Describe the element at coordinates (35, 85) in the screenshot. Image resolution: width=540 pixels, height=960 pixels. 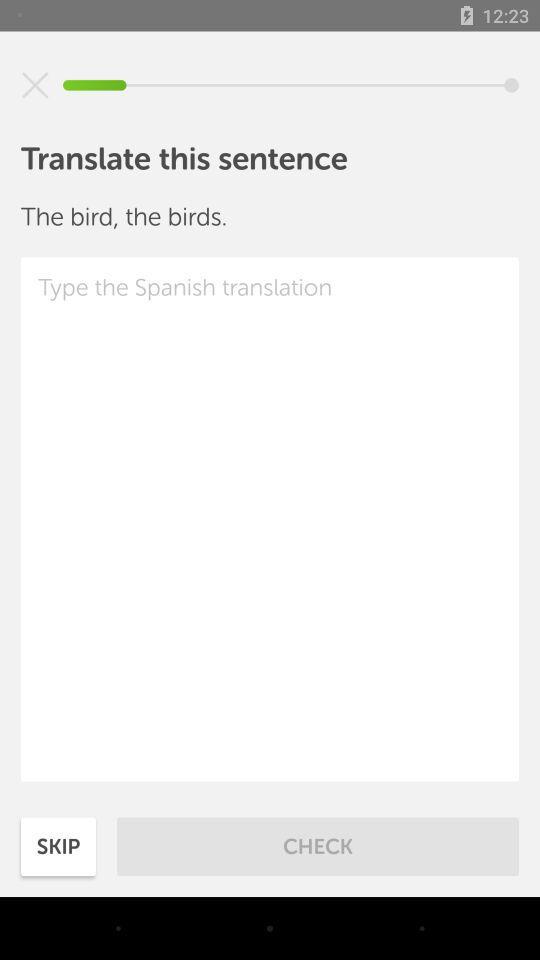
I see `close` at that location.